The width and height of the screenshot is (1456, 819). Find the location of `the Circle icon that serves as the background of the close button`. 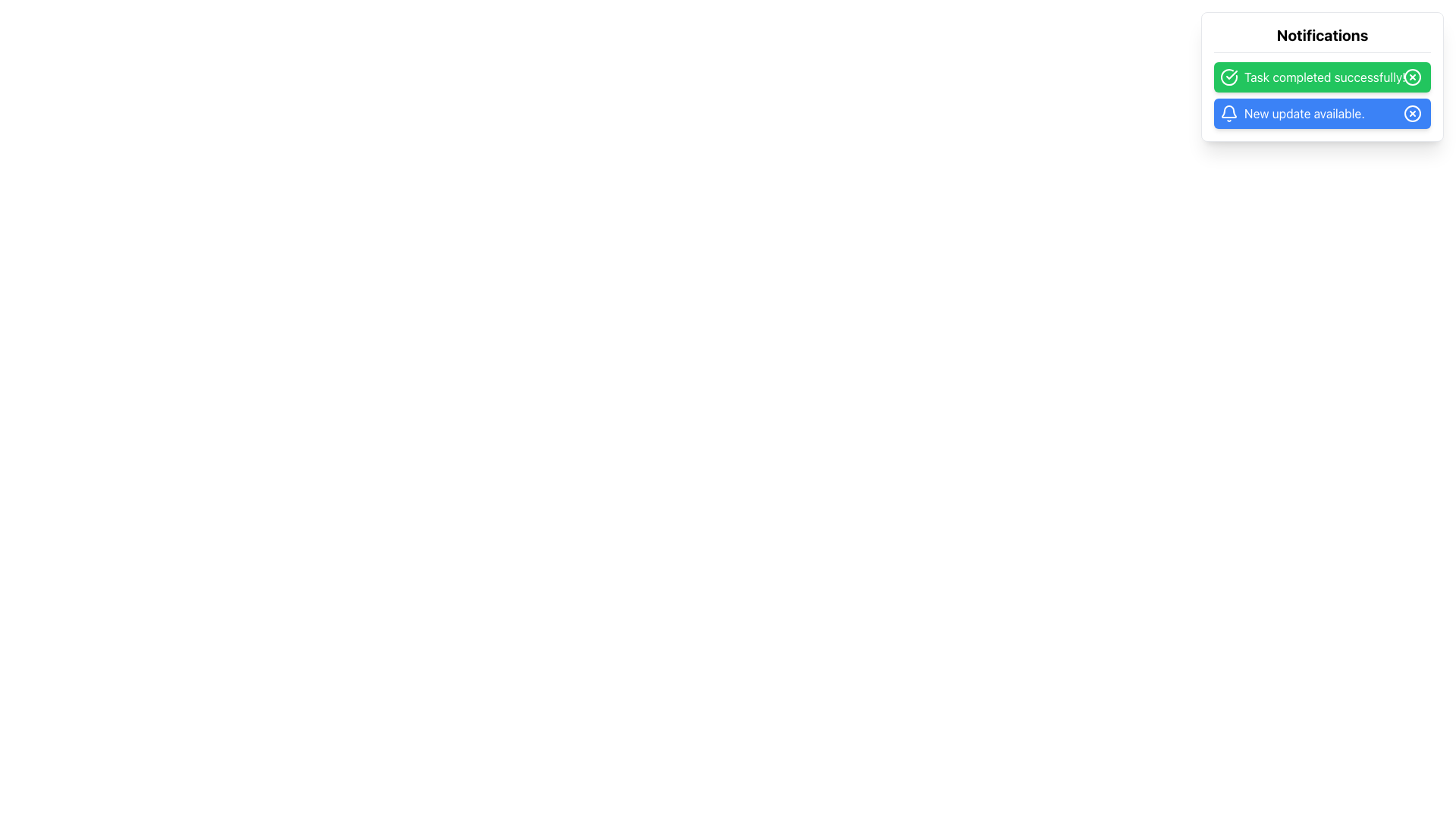

the Circle icon that serves as the background of the close button is located at coordinates (1411, 77).